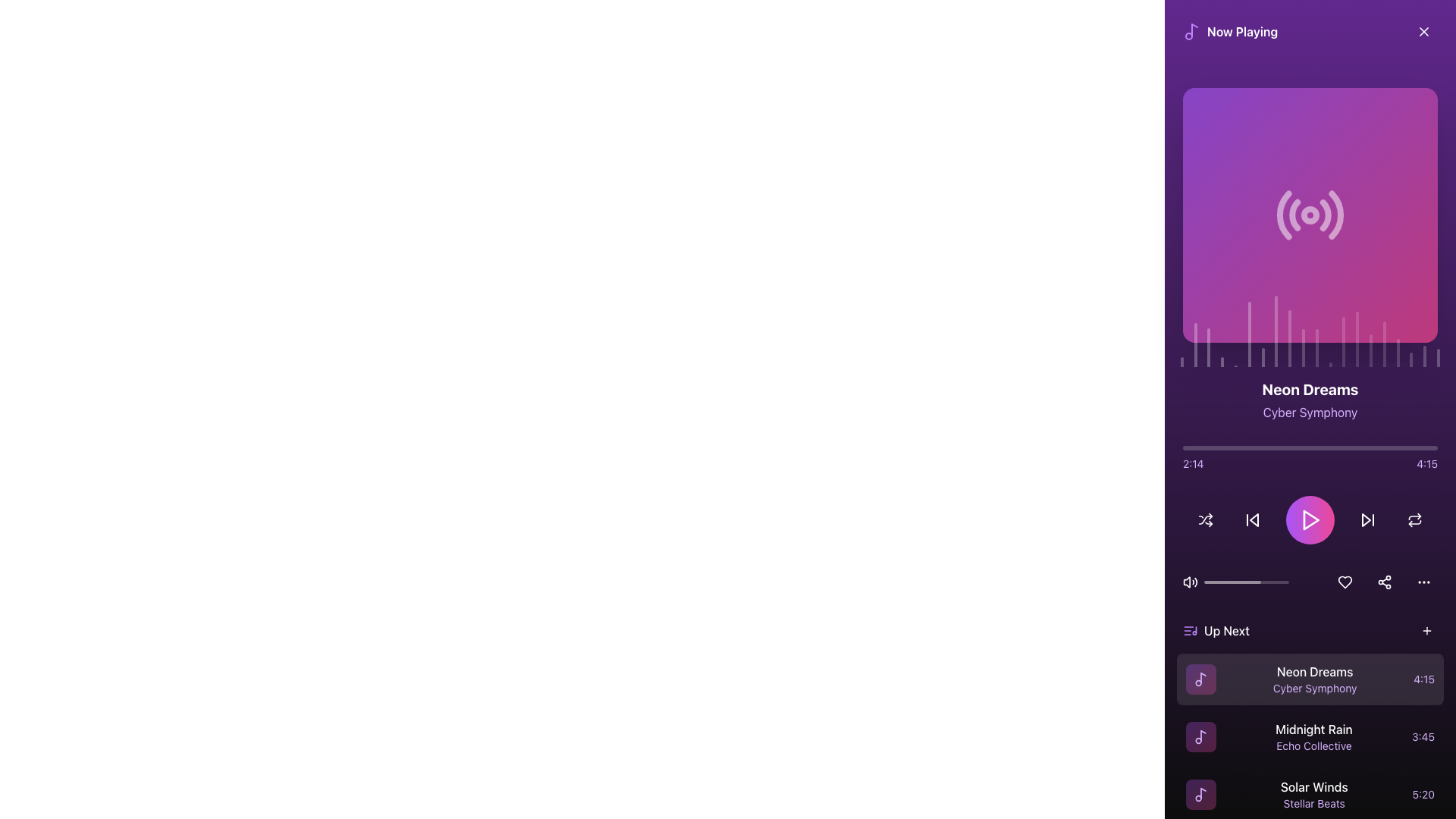  What do you see at coordinates (1181, 362) in the screenshot?
I see `the first vertical bar with rounded top corners that has a pulsing animation effect, located at the bottom of the interface among similar bars` at bounding box center [1181, 362].